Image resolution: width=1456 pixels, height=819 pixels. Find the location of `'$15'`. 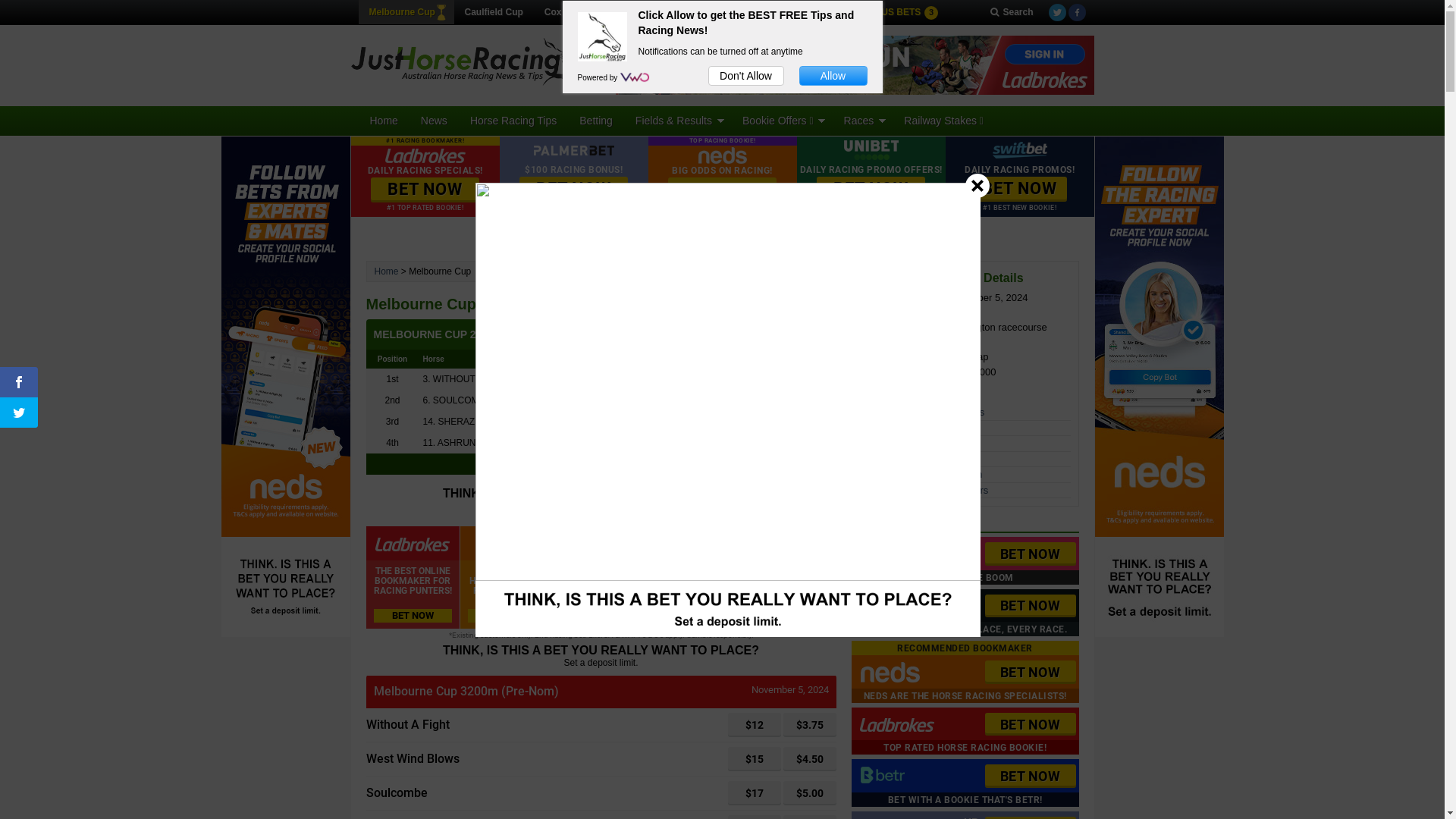

'$15' is located at coordinates (754, 759).